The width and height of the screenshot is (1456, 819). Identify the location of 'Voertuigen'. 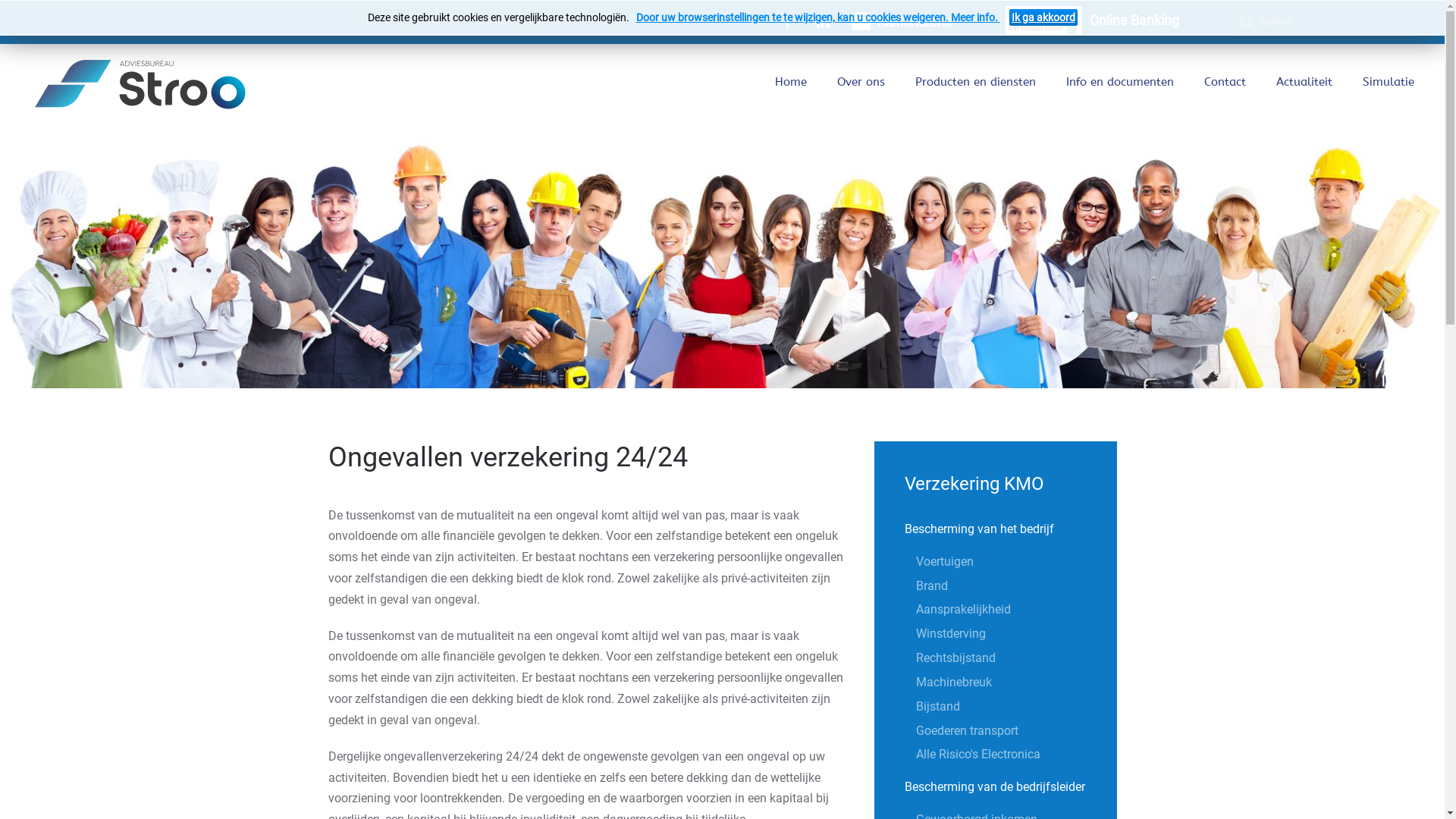
(915, 561).